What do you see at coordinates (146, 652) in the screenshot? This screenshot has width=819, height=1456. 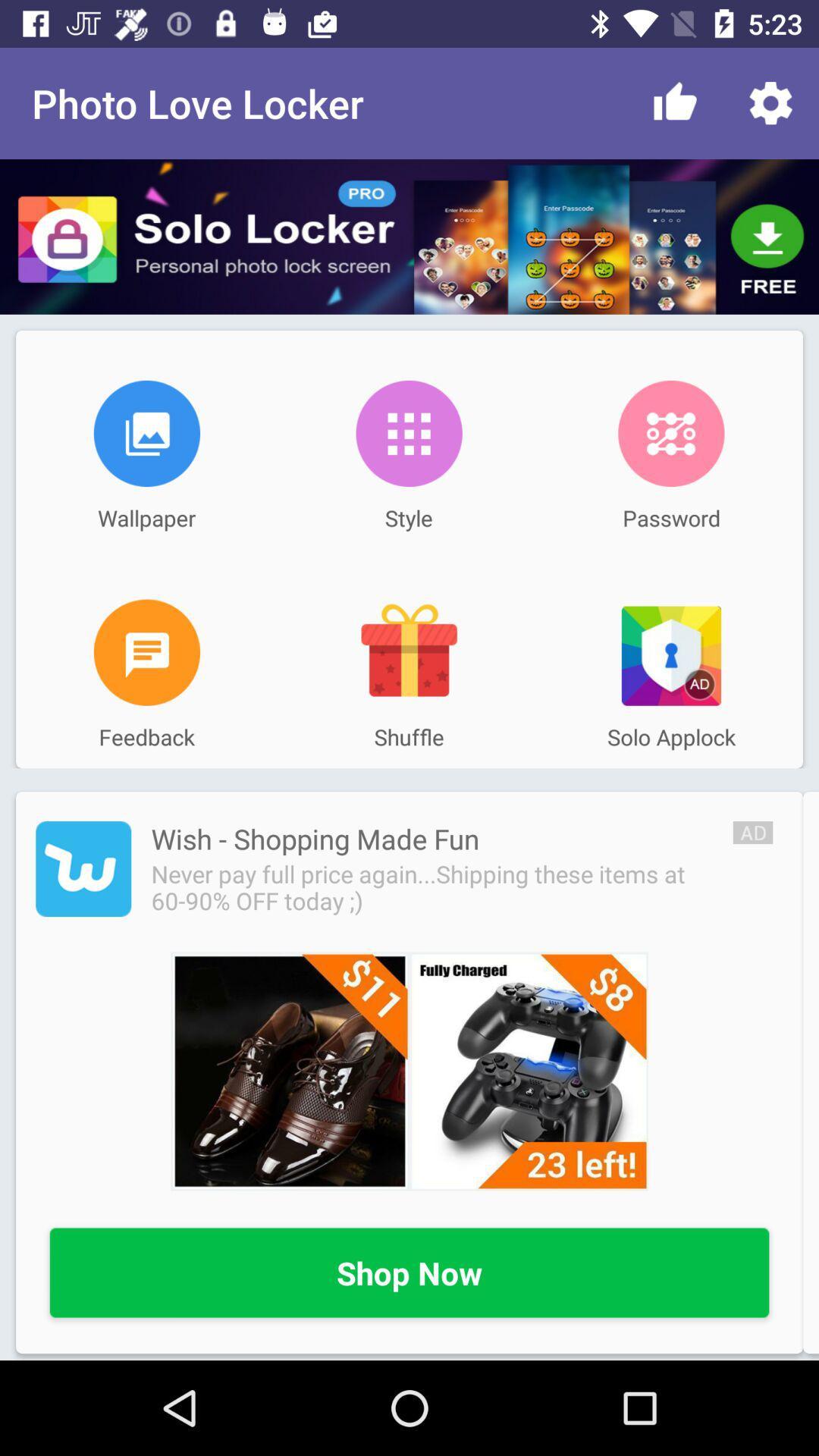 I see `item next to the shuffle` at bounding box center [146, 652].